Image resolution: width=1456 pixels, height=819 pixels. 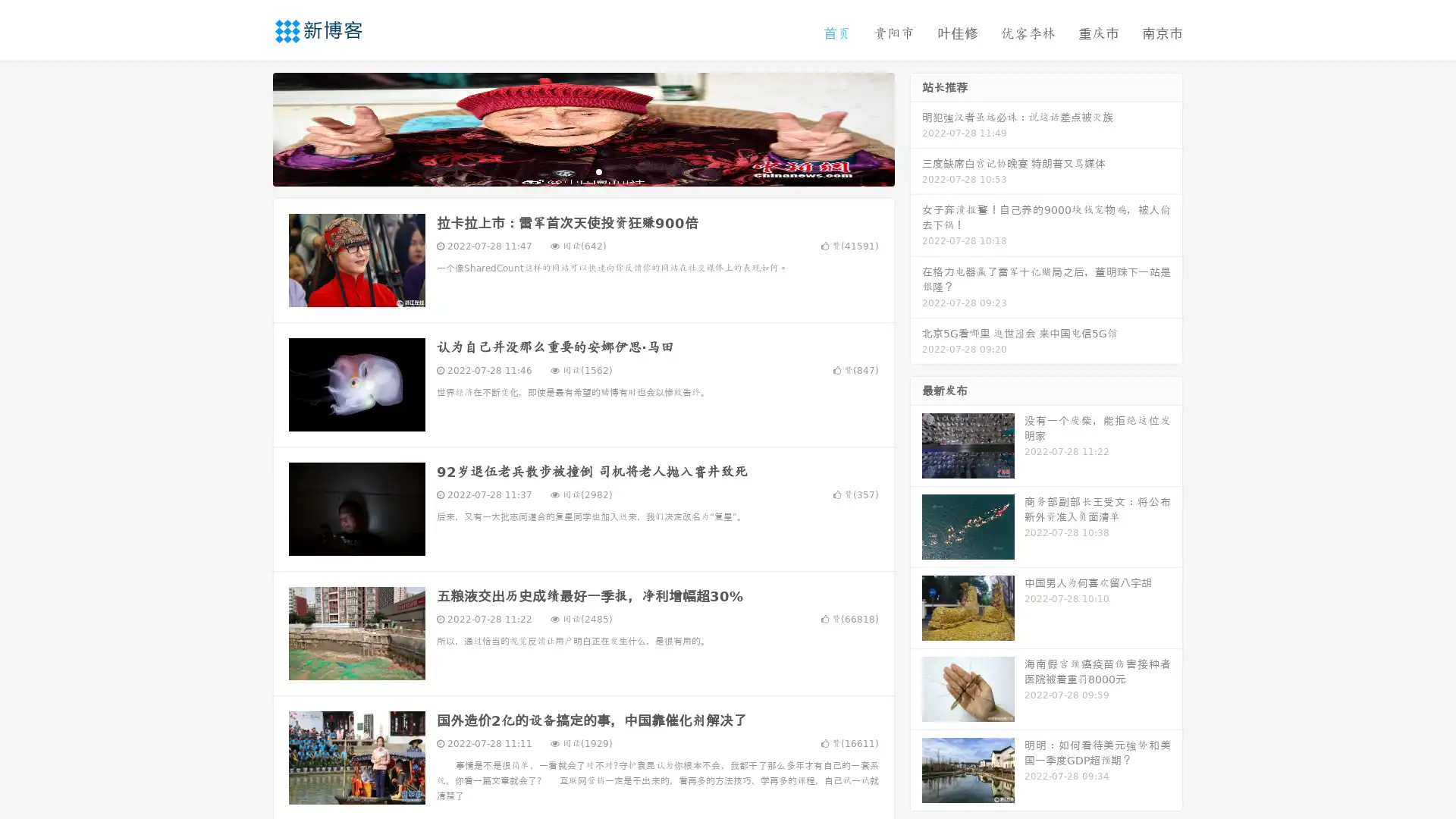 I want to click on Next slide, so click(x=916, y=127).